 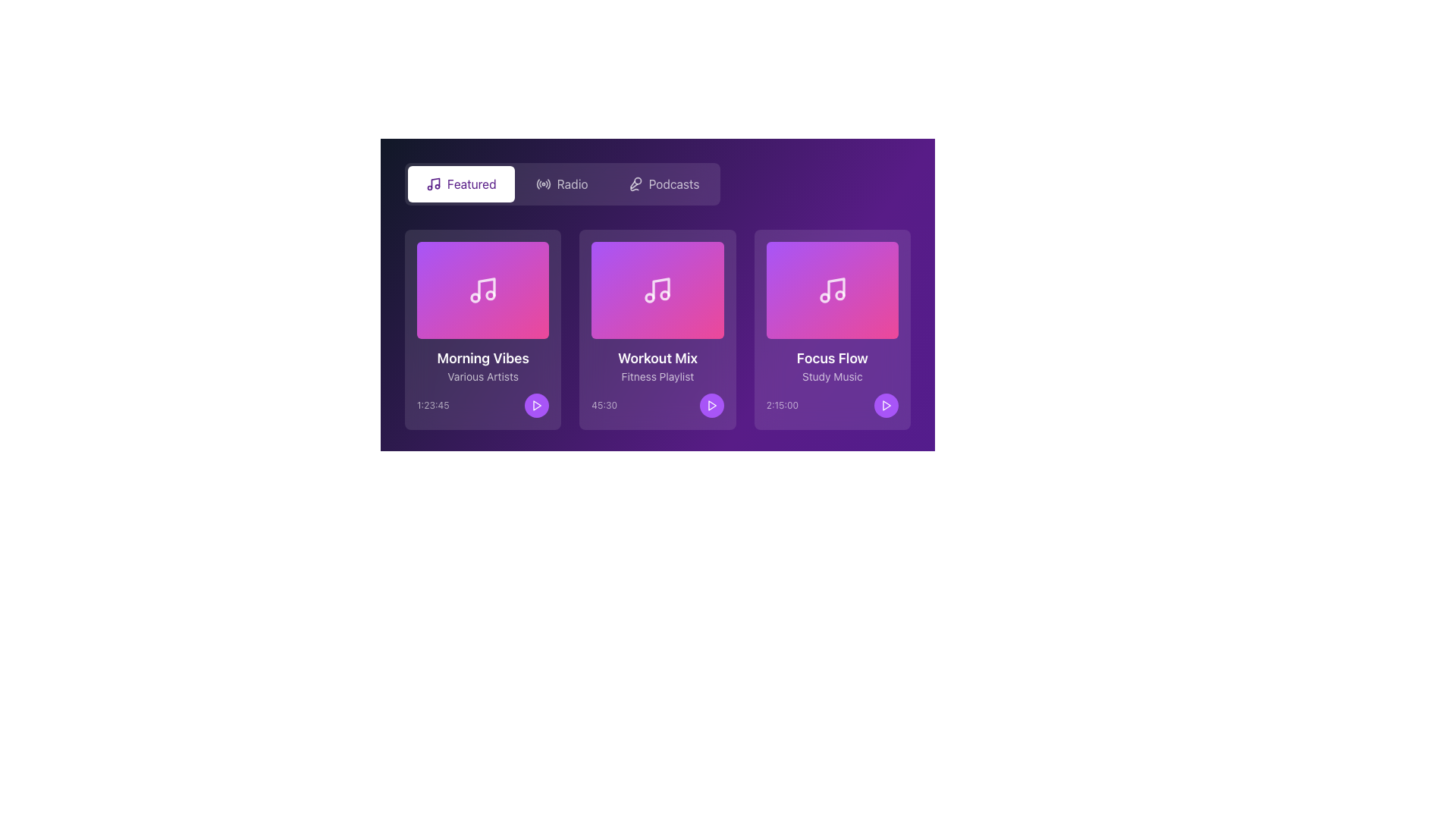 I want to click on the play button located at the bottom-right corner of the 'Focus Flow - Study Music' card to initiate playback of the playlist or track, so click(x=886, y=405).